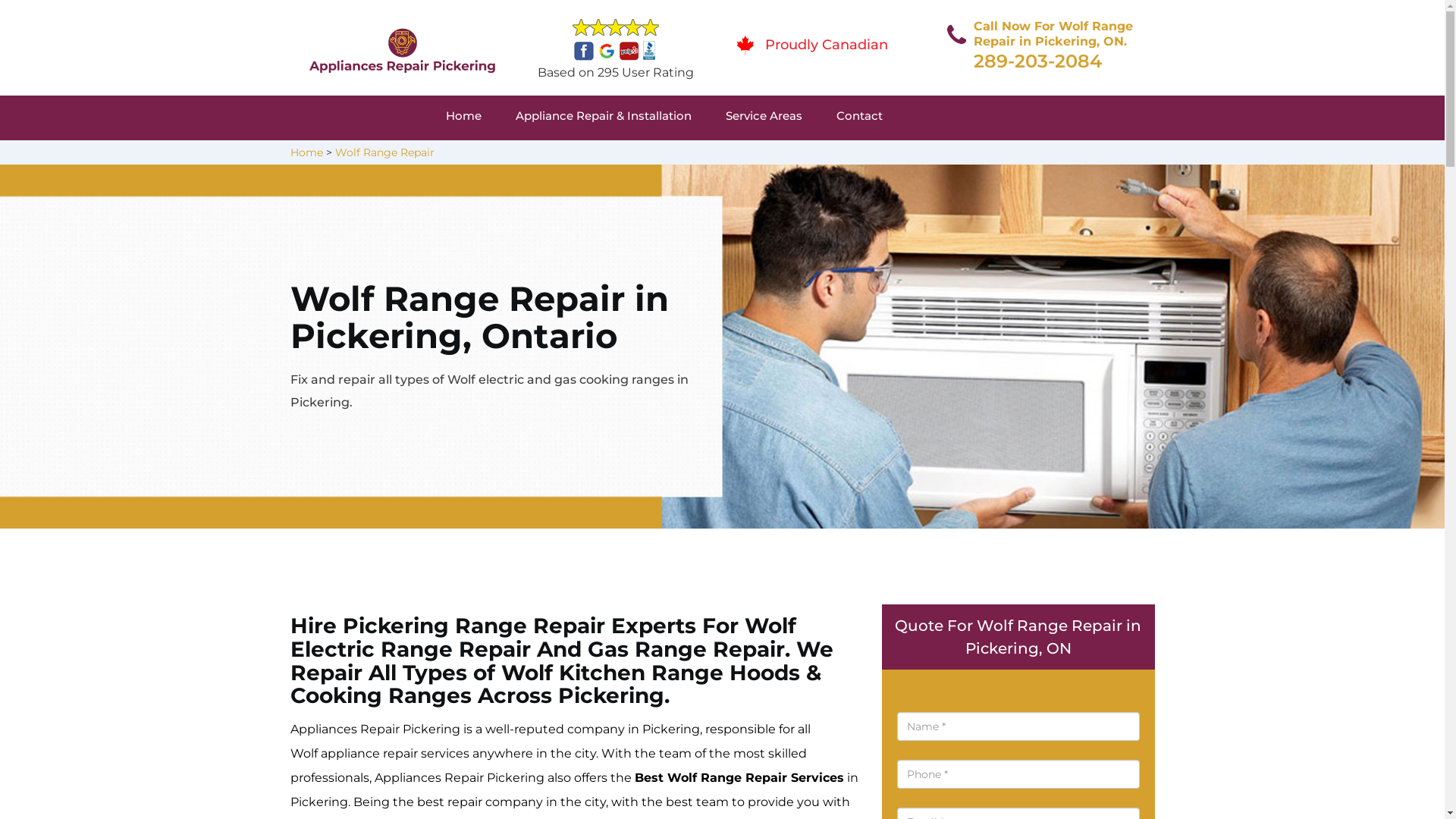 The height and width of the screenshot is (819, 1456). What do you see at coordinates (781, 117) in the screenshot?
I see `'Service Areas'` at bounding box center [781, 117].